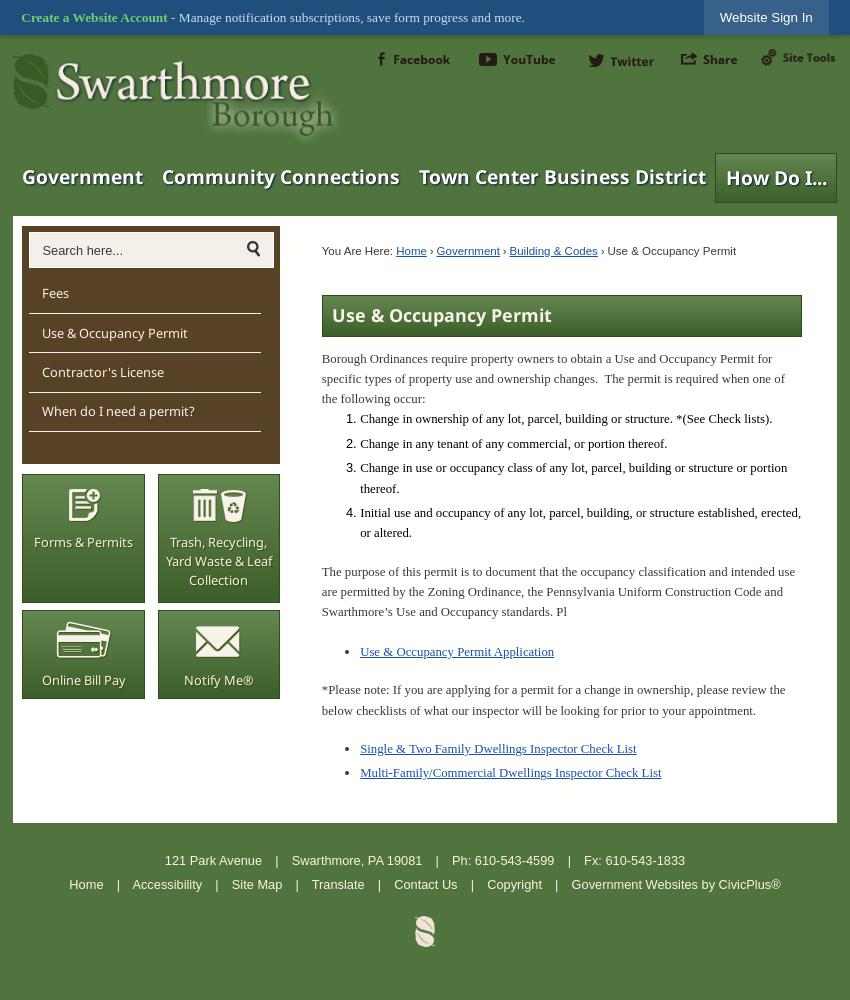  I want to click on 'Ph: 610-543-4599', so click(503, 858).